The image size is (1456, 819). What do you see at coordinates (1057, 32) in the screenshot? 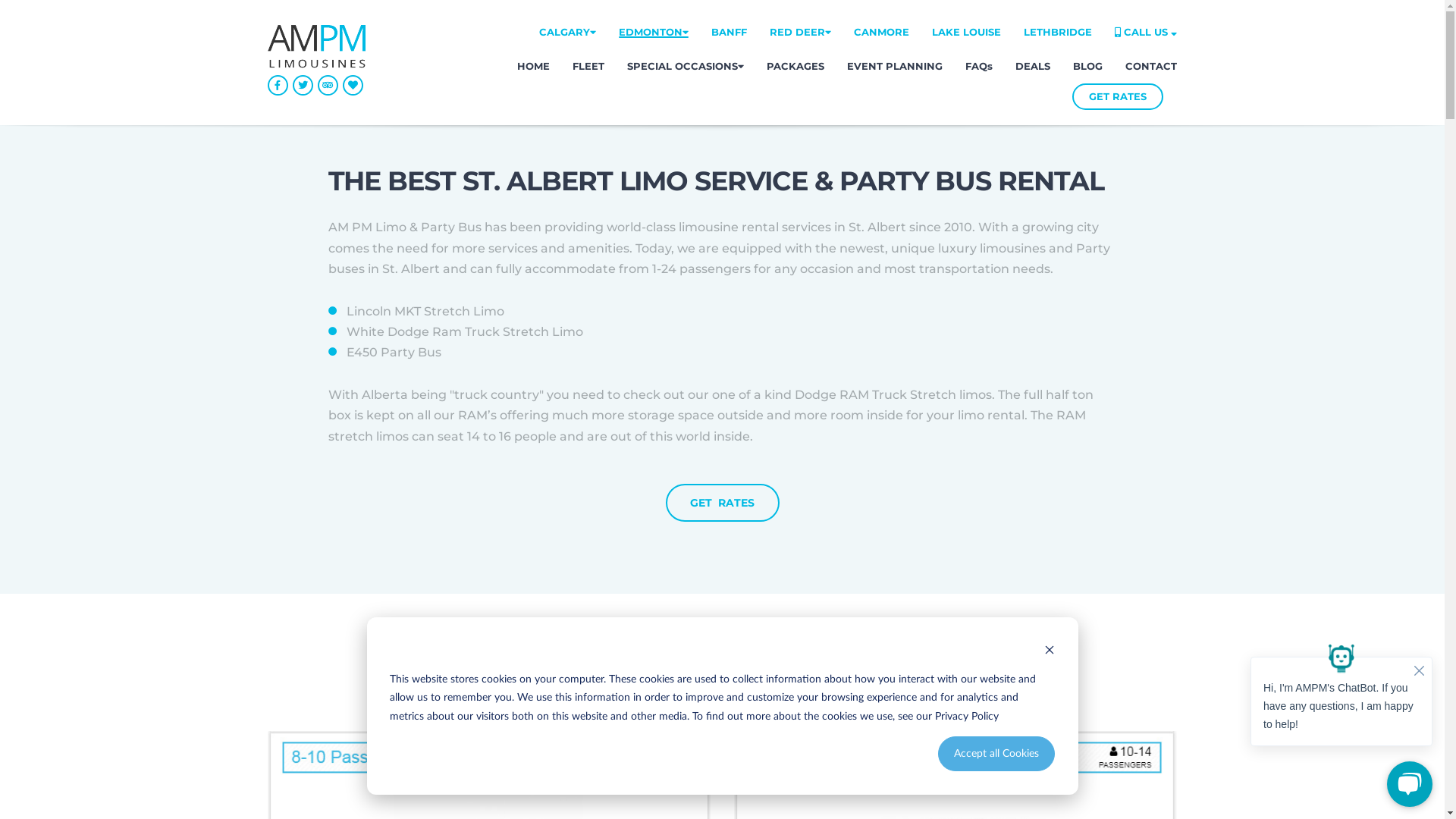
I see `'LETHBRIDGE'` at bounding box center [1057, 32].